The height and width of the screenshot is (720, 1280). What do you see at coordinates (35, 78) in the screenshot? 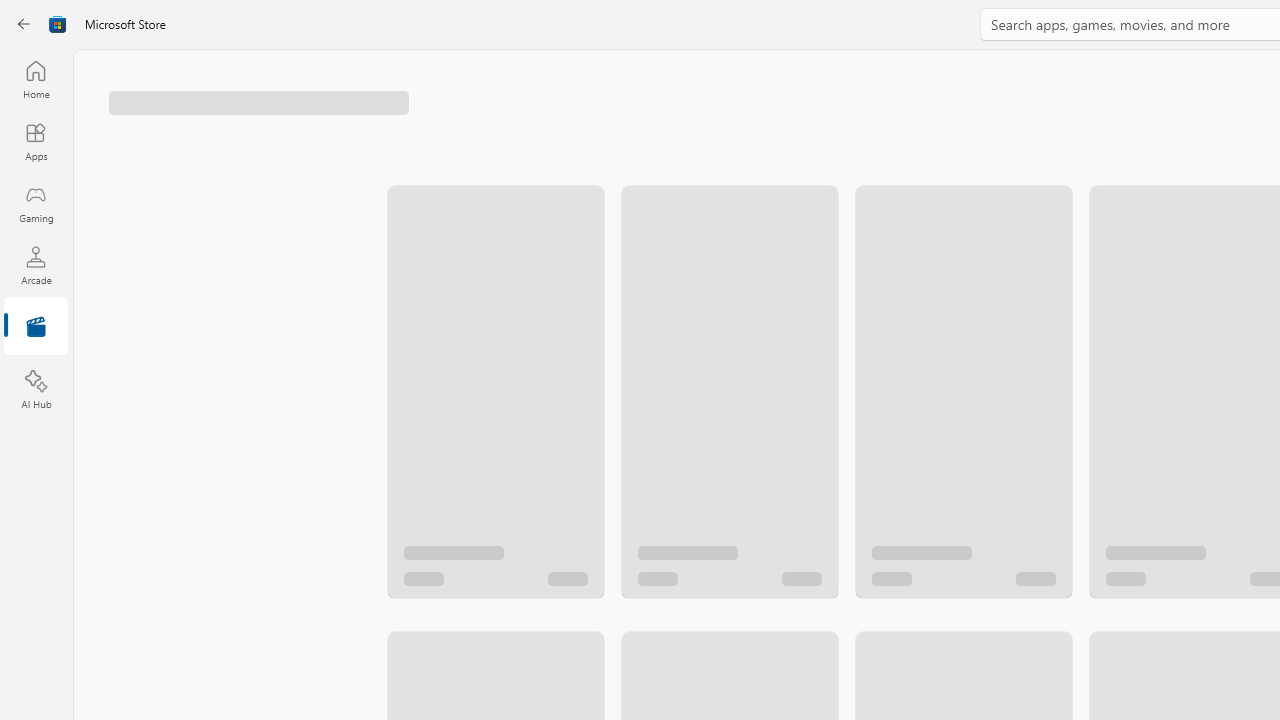
I see `'Home'` at bounding box center [35, 78].